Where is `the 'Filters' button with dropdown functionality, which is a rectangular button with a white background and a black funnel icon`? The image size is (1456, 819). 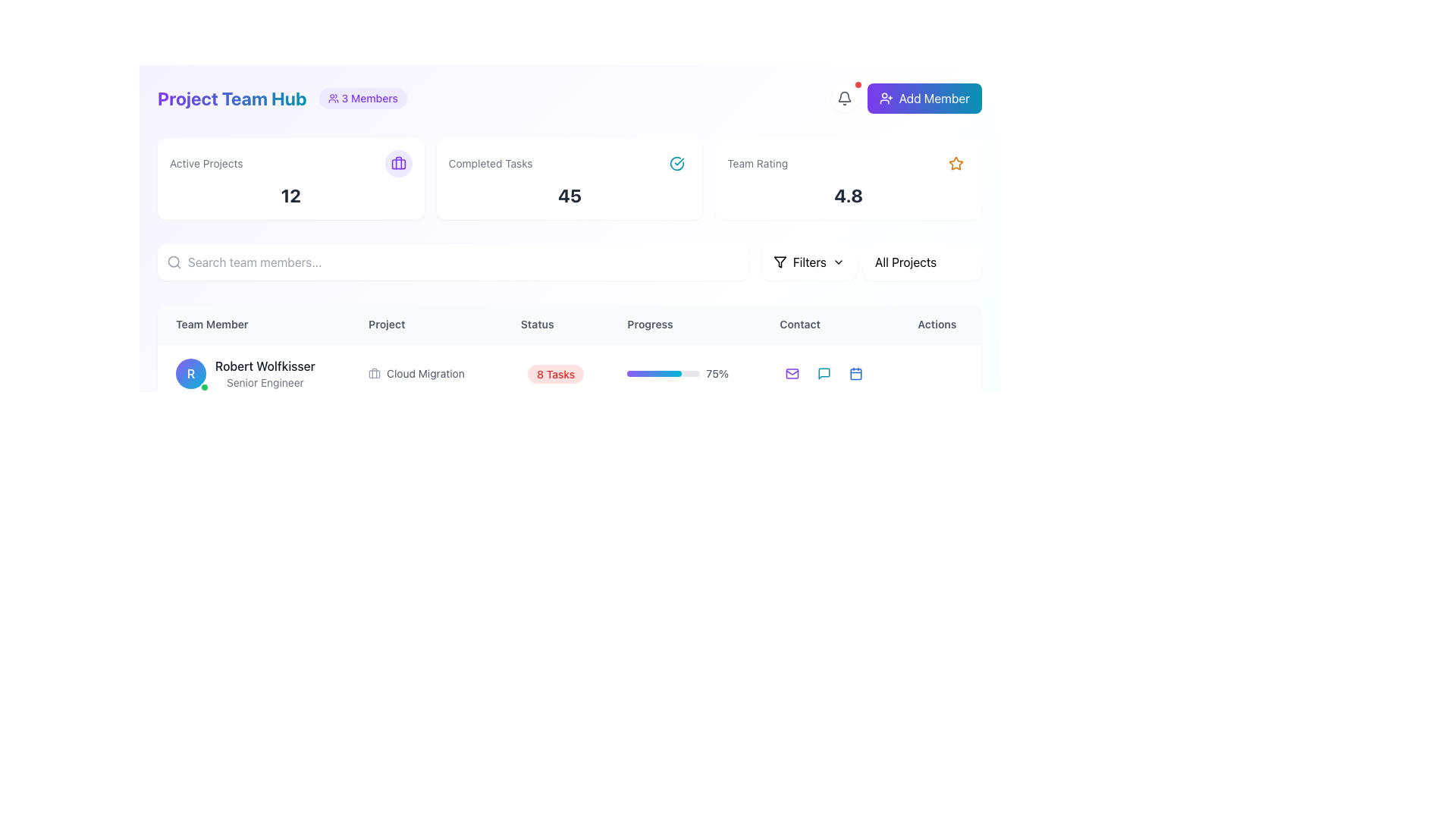
the 'Filters' button with dropdown functionality, which is a rectangular button with a white background and a black funnel icon is located at coordinates (808, 262).